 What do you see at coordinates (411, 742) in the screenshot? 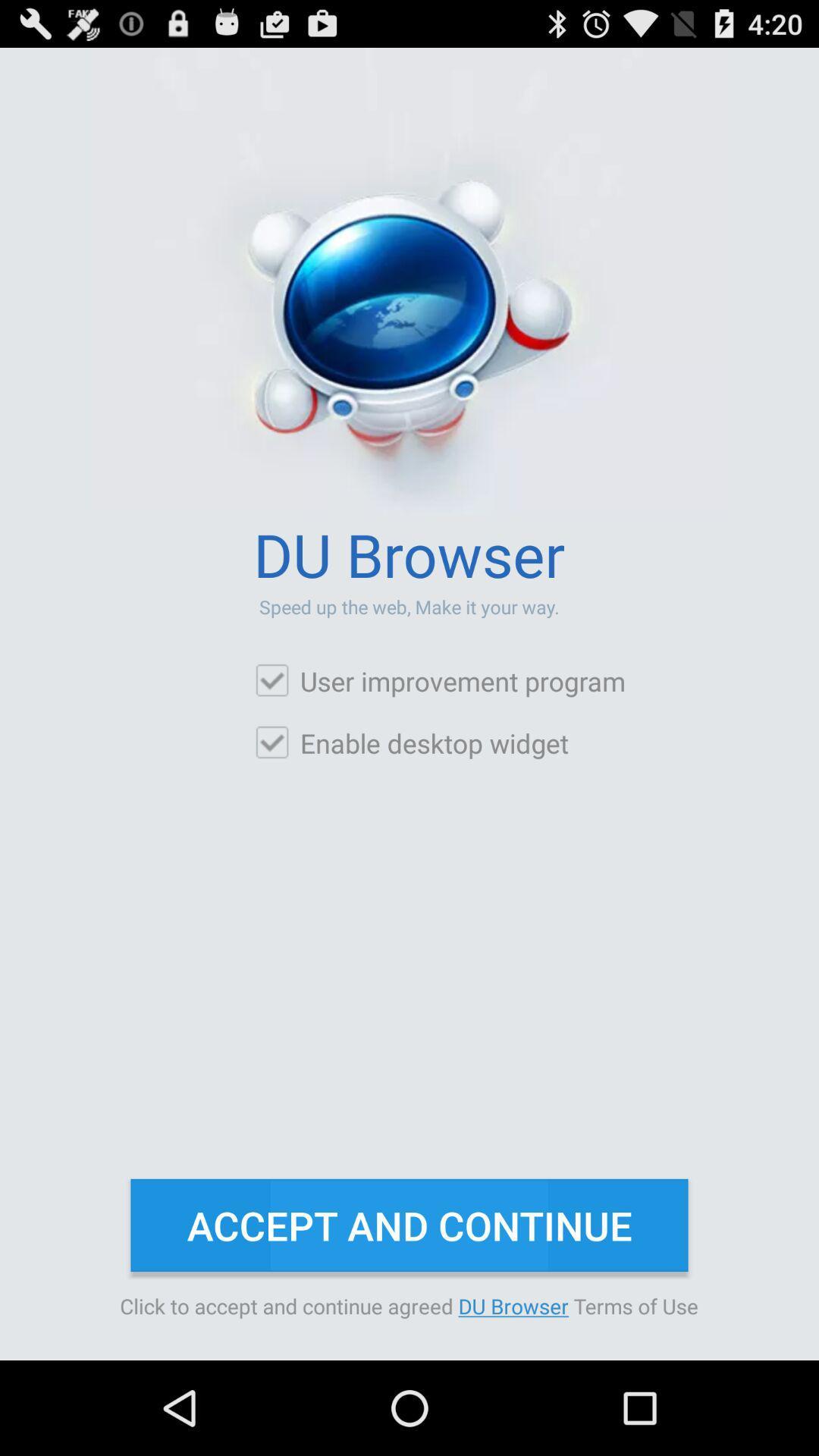
I see `icon above accept and continue icon` at bounding box center [411, 742].